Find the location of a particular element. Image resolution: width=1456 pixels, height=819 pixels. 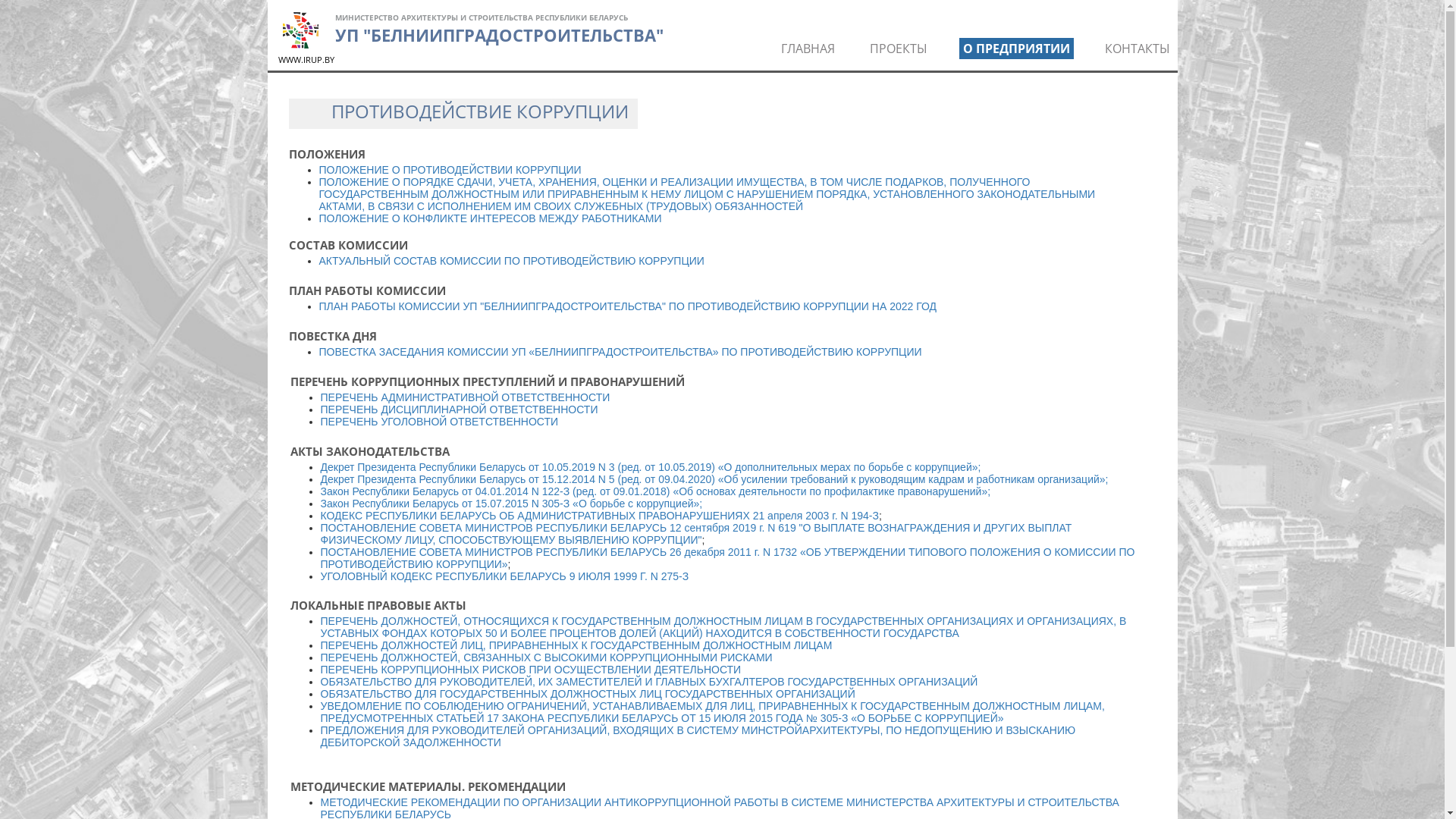

'WWW.IRUP.BY' is located at coordinates (305, 58).